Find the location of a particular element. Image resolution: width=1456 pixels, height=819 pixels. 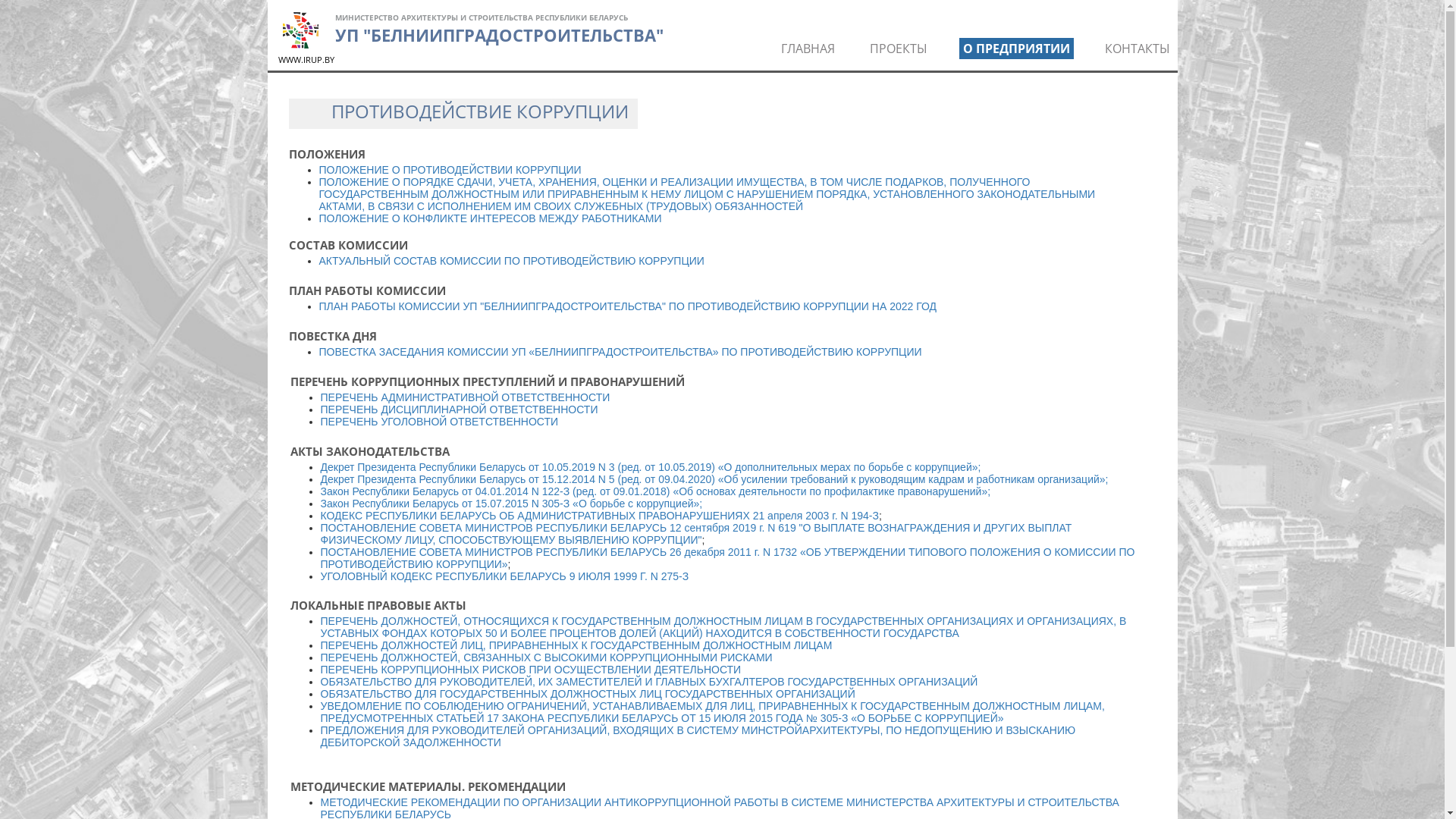

'WWW.IRUP.BY' is located at coordinates (305, 58).